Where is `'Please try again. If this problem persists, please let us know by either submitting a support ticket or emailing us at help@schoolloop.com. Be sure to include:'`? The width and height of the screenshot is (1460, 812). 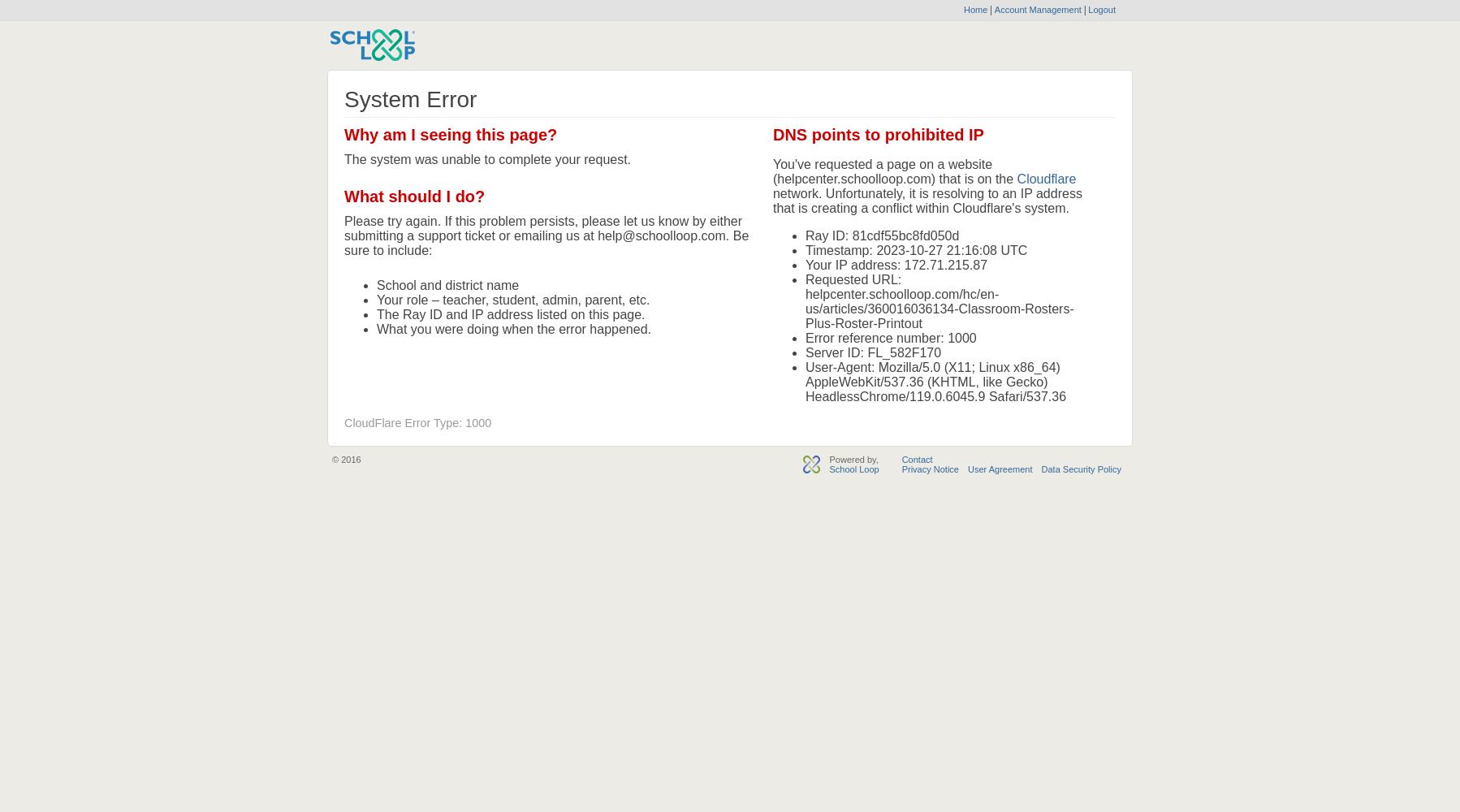 'Please try again. If this problem persists, please let us know by either submitting a support ticket or emailing us at help@schoolloop.com. Be sure to include:' is located at coordinates (545, 235).